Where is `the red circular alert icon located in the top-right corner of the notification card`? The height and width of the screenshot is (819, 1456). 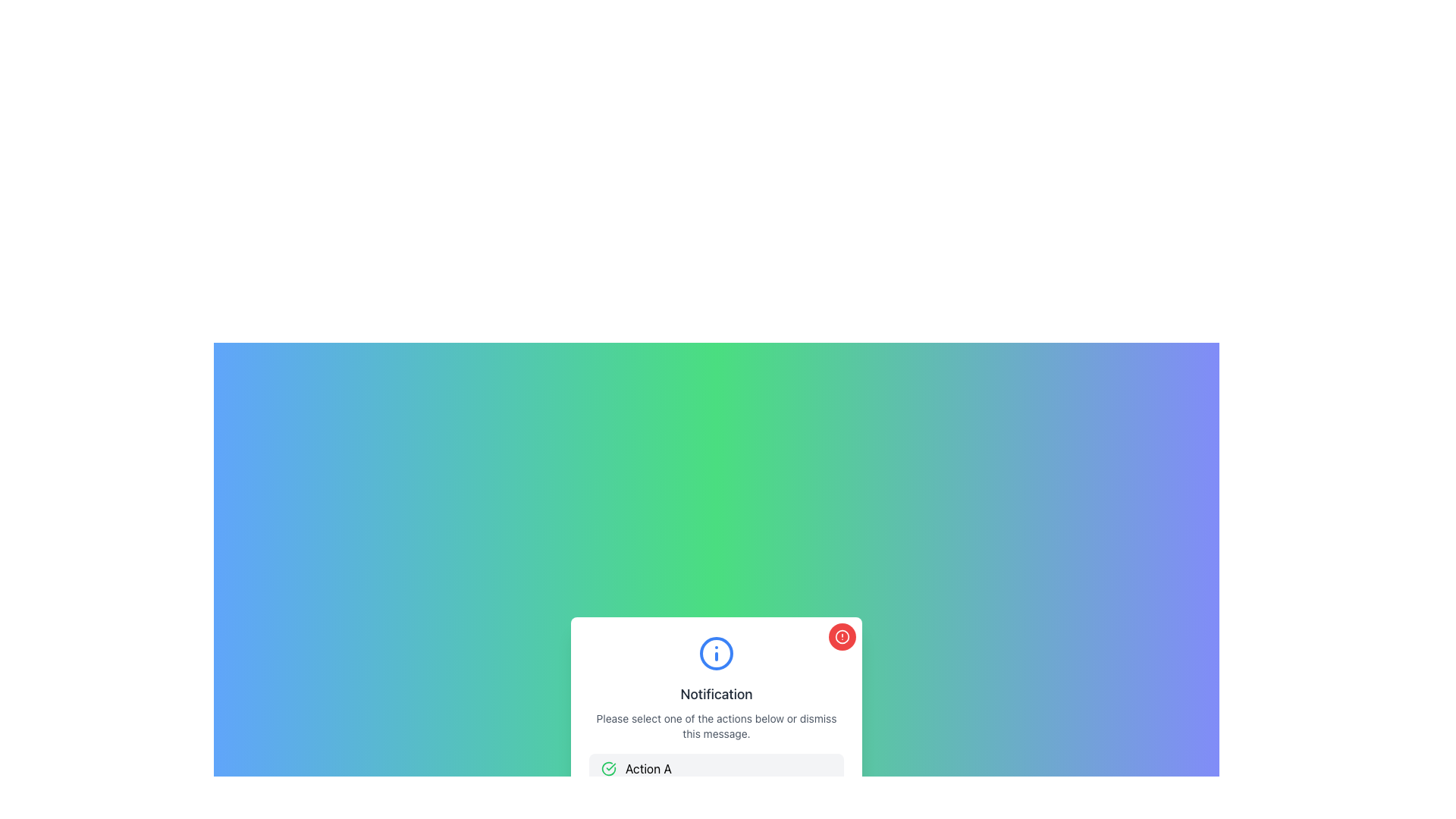 the red circular alert icon located in the top-right corner of the notification card is located at coordinates (841, 637).